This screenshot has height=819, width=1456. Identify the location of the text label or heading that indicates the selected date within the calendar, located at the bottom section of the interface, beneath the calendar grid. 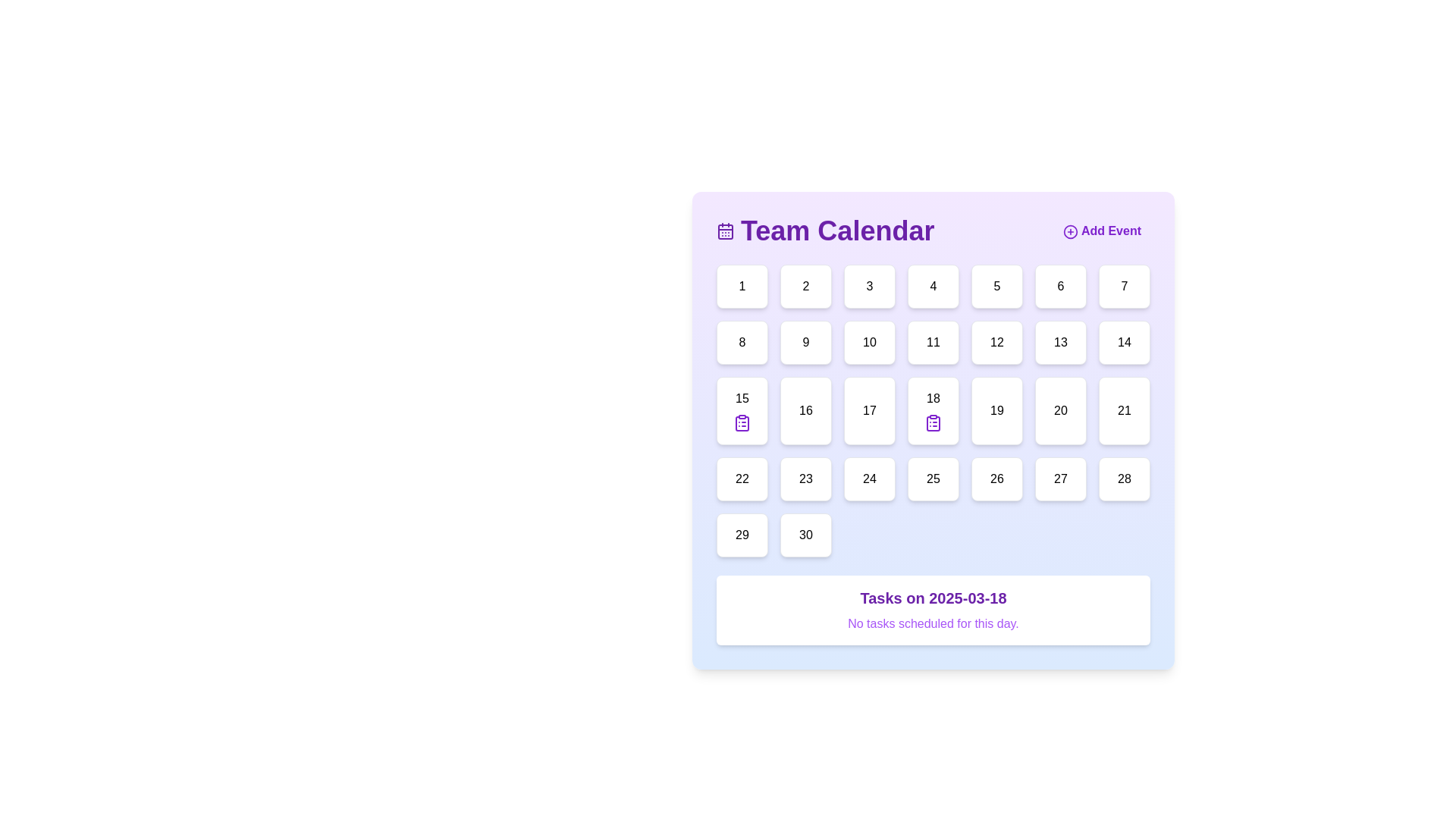
(932, 598).